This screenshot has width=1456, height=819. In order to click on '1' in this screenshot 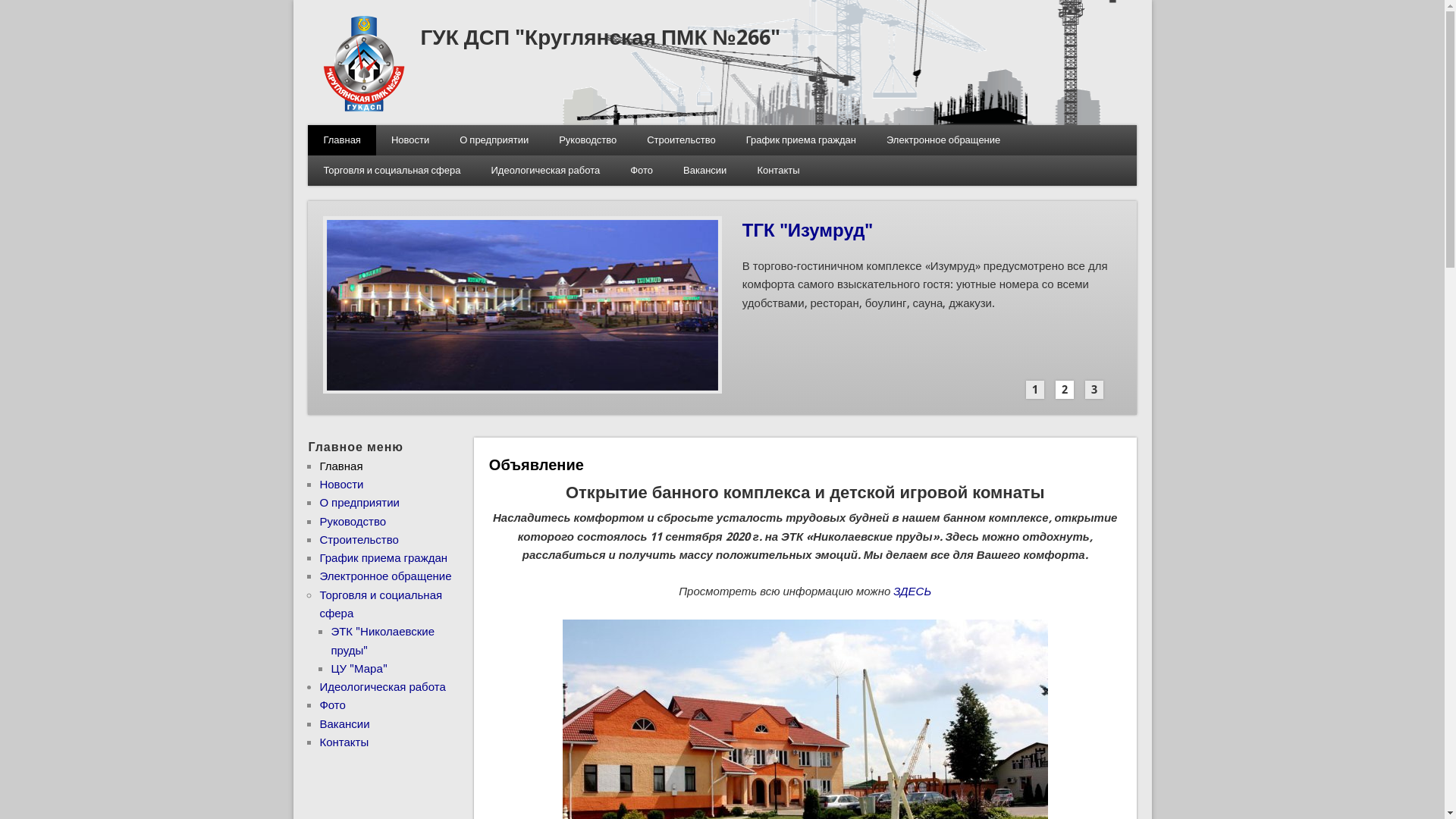, I will do `click(1026, 388)`.